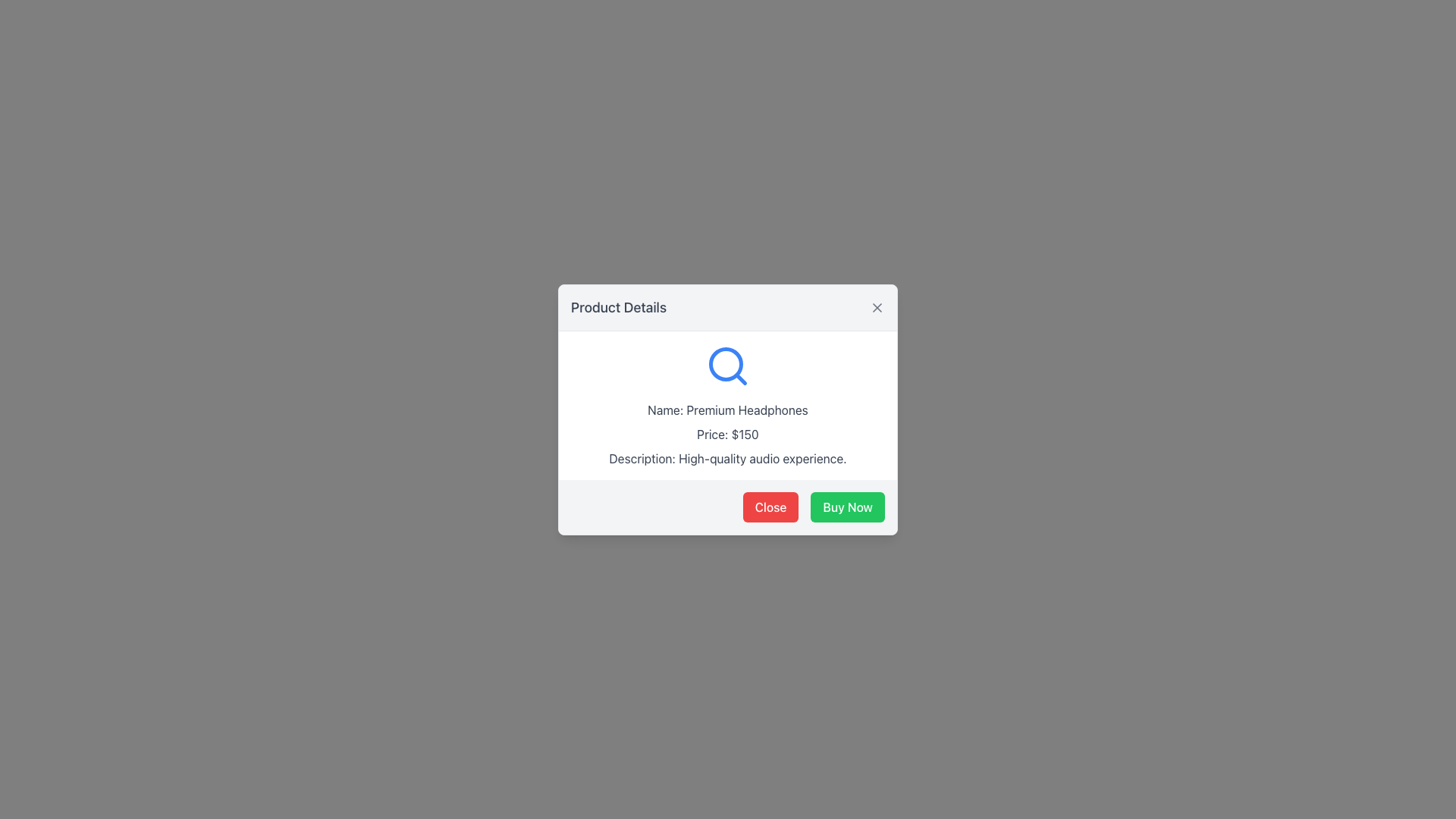  I want to click on text label displaying 'Price: $150', which is centered horizontally in the 'Product Details' dialog box and positioned below 'Name: Premium Headphones', so click(728, 434).